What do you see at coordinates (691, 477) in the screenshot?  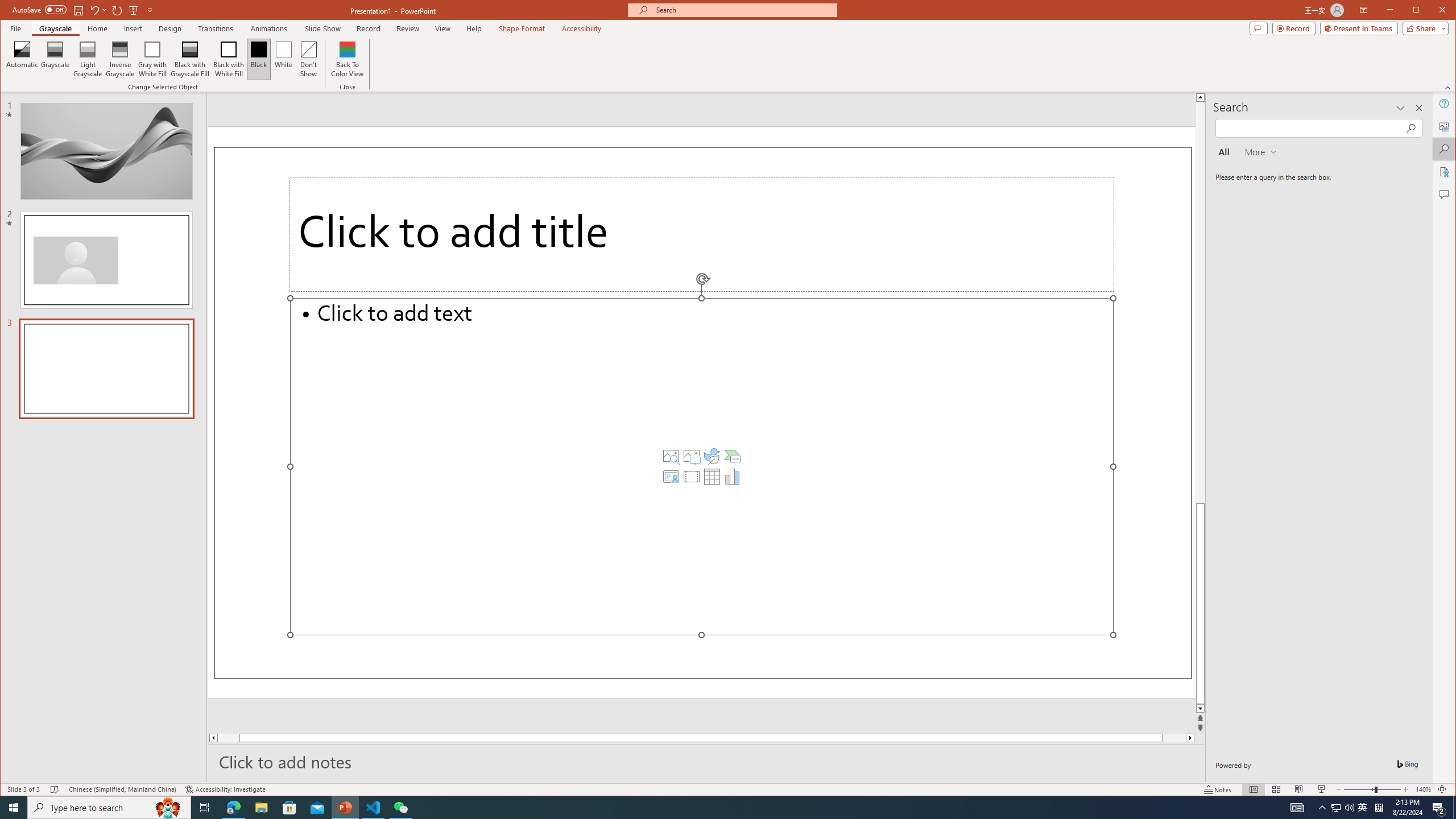 I see `'Insert Video'` at bounding box center [691, 477].